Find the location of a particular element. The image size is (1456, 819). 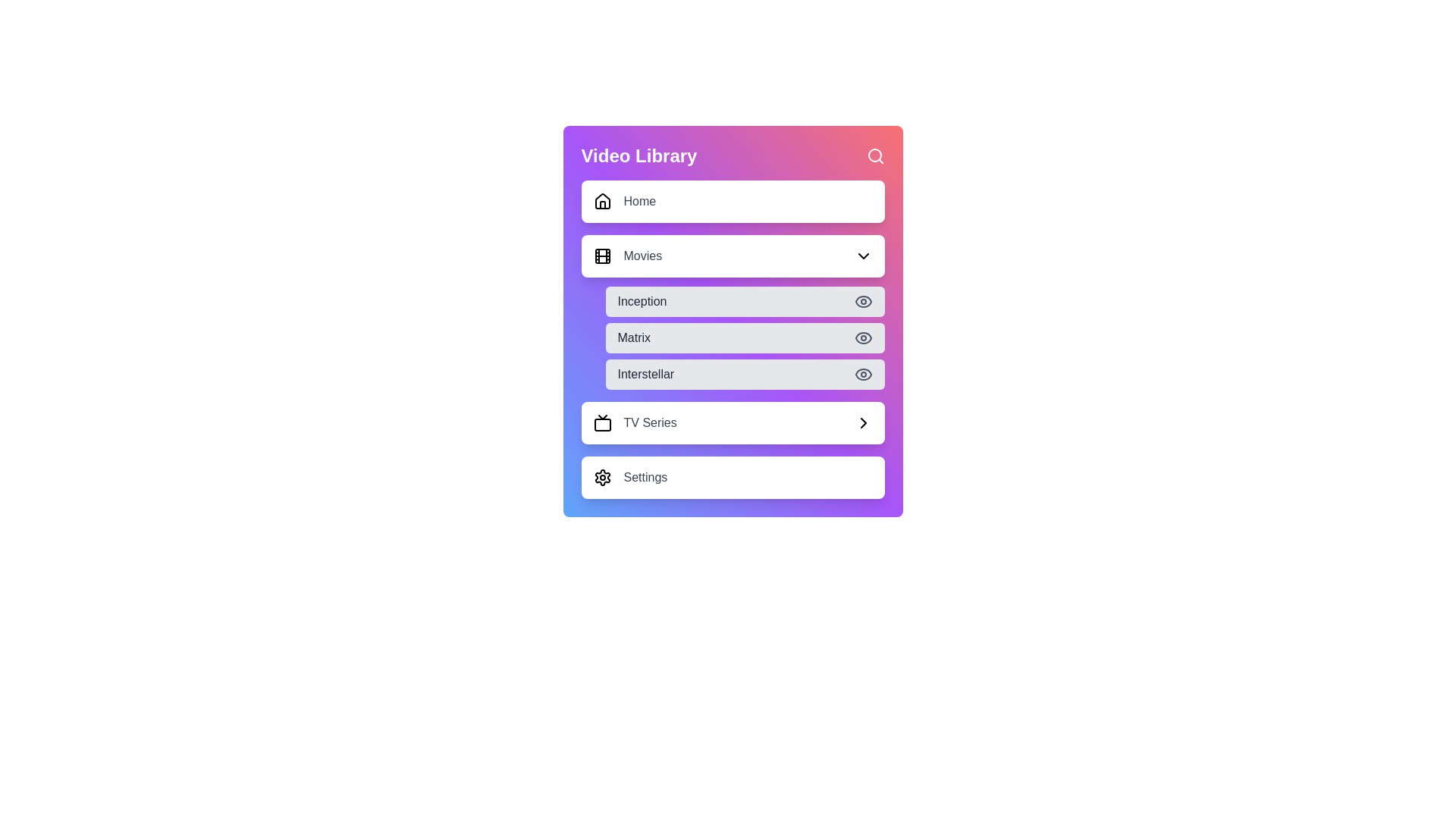

the icon at the far right end of the 'TV Series' button is located at coordinates (863, 423).